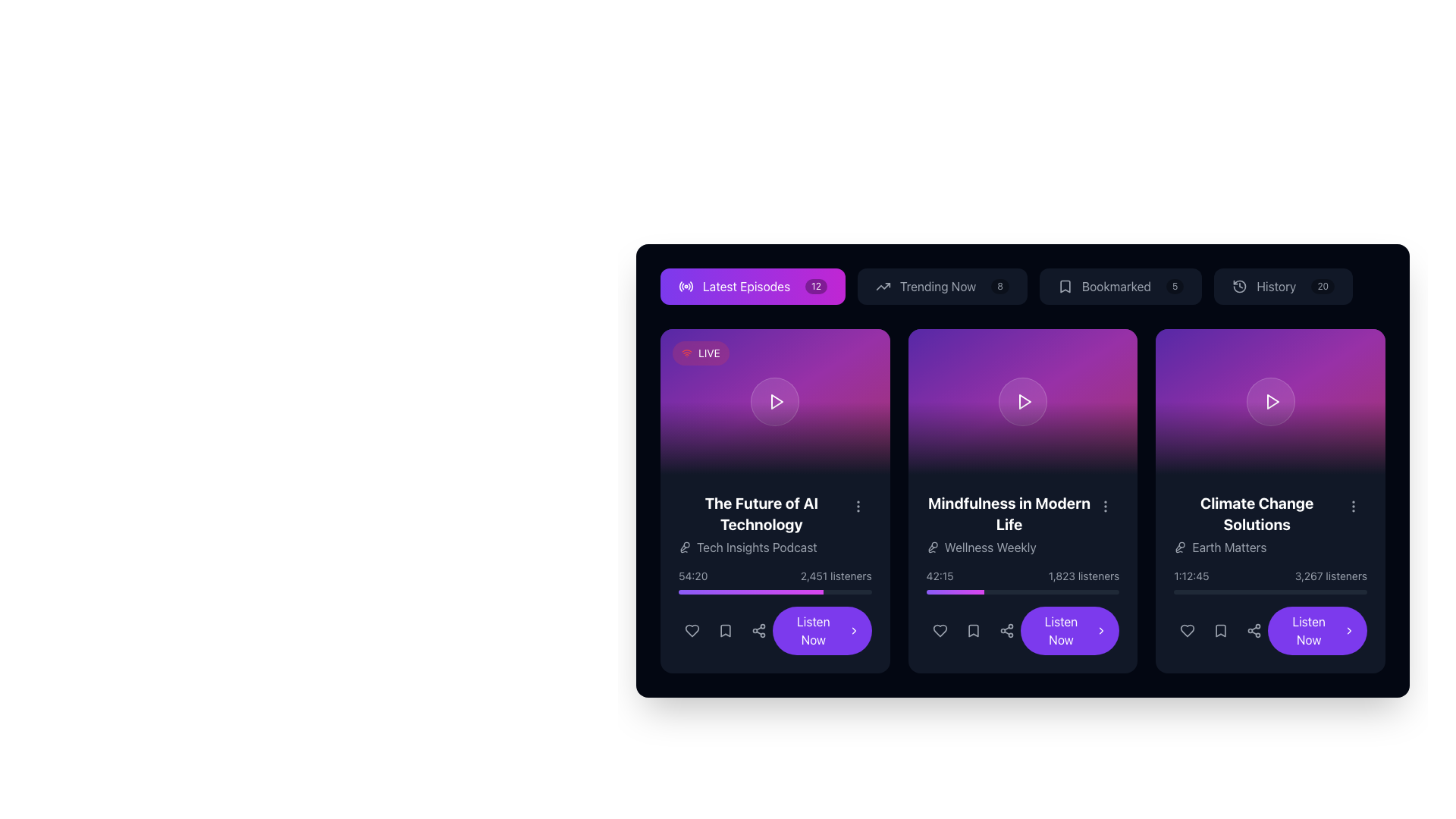 Image resolution: width=1456 pixels, height=819 pixels. Describe the element at coordinates (751, 591) in the screenshot. I see `the progress bar, which is a solid horizontal element with a gradient color transitioning from violet` at that location.